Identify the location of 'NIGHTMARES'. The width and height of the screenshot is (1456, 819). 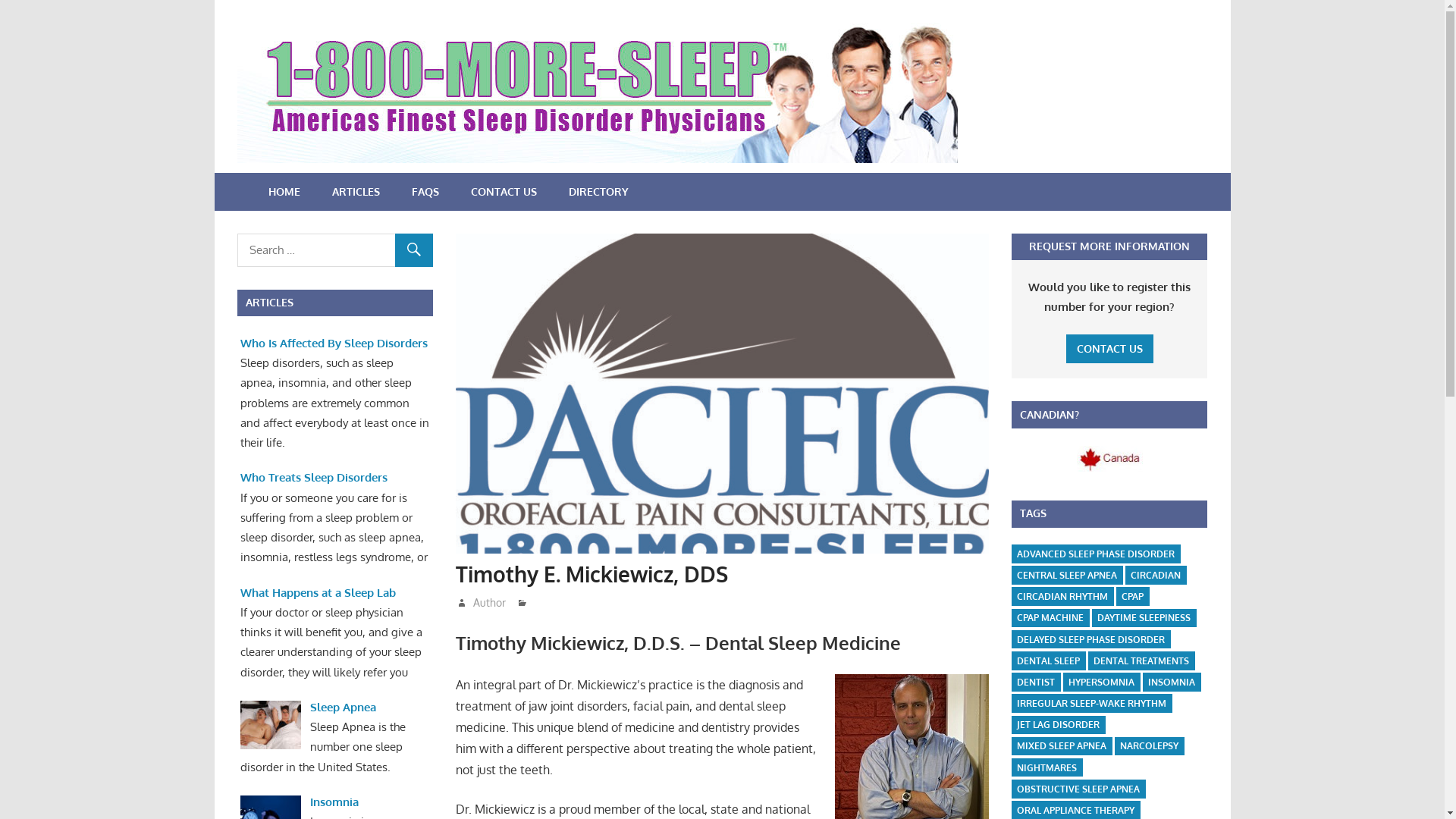
(1046, 767).